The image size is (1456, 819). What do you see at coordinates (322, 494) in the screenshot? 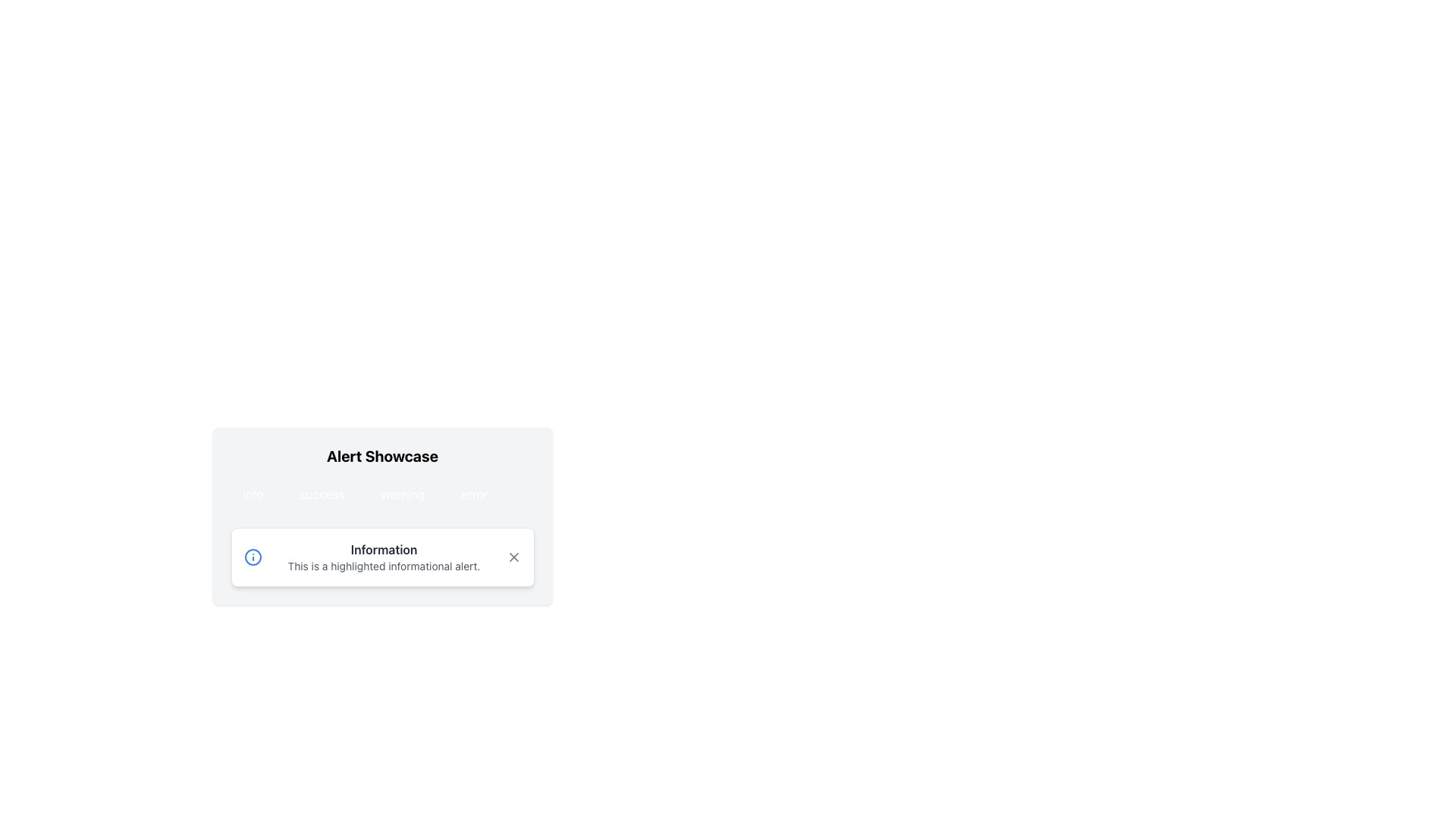
I see `the 'success' button, which is the second item in a horizontal list of four elements located below 'Alert Showcase'` at bounding box center [322, 494].